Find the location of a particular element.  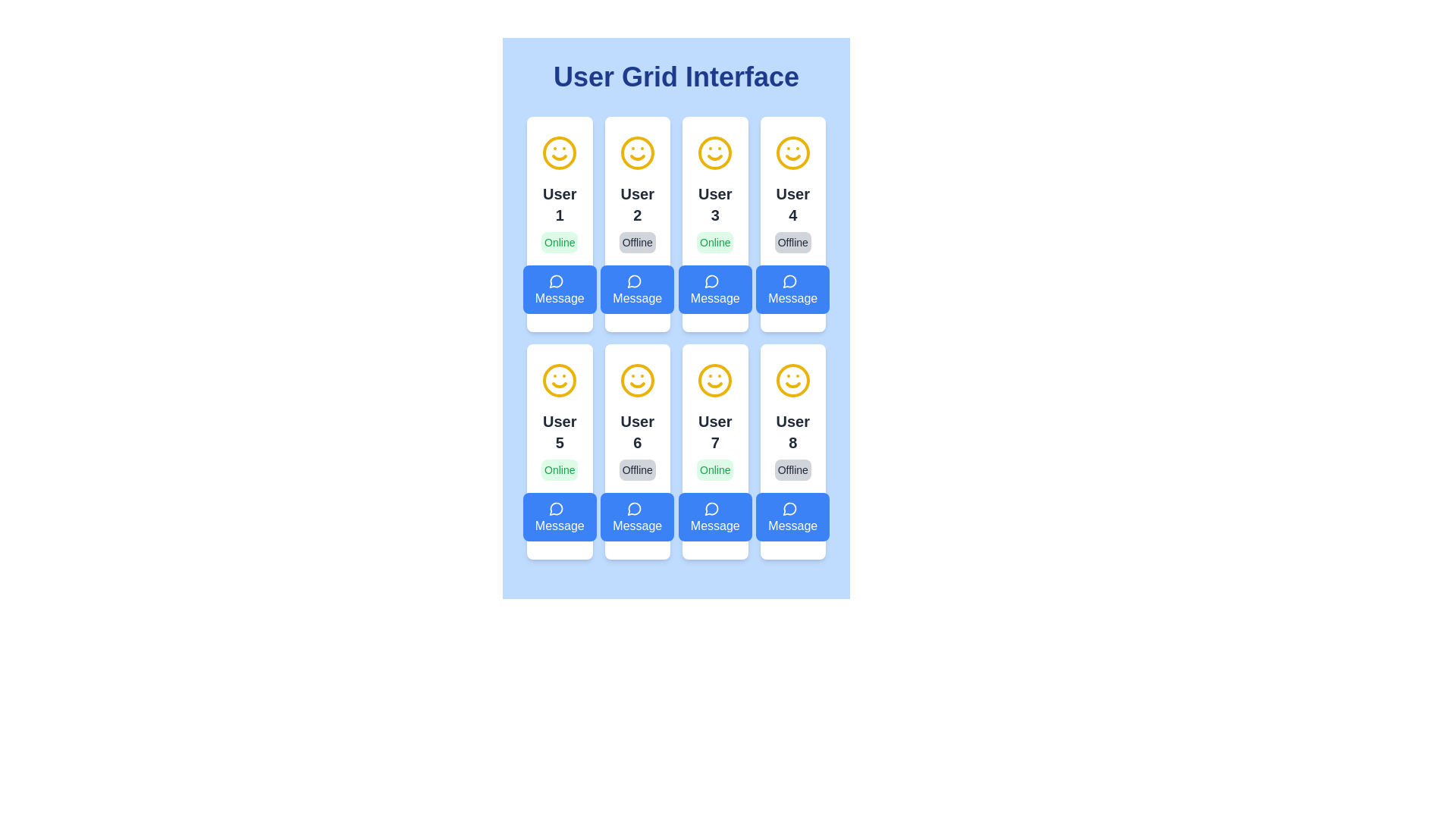

the User Profile Card that displays the user's name, availability status, and has a message button, located in the third position of a 2x4 grid layout is located at coordinates (714, 224).